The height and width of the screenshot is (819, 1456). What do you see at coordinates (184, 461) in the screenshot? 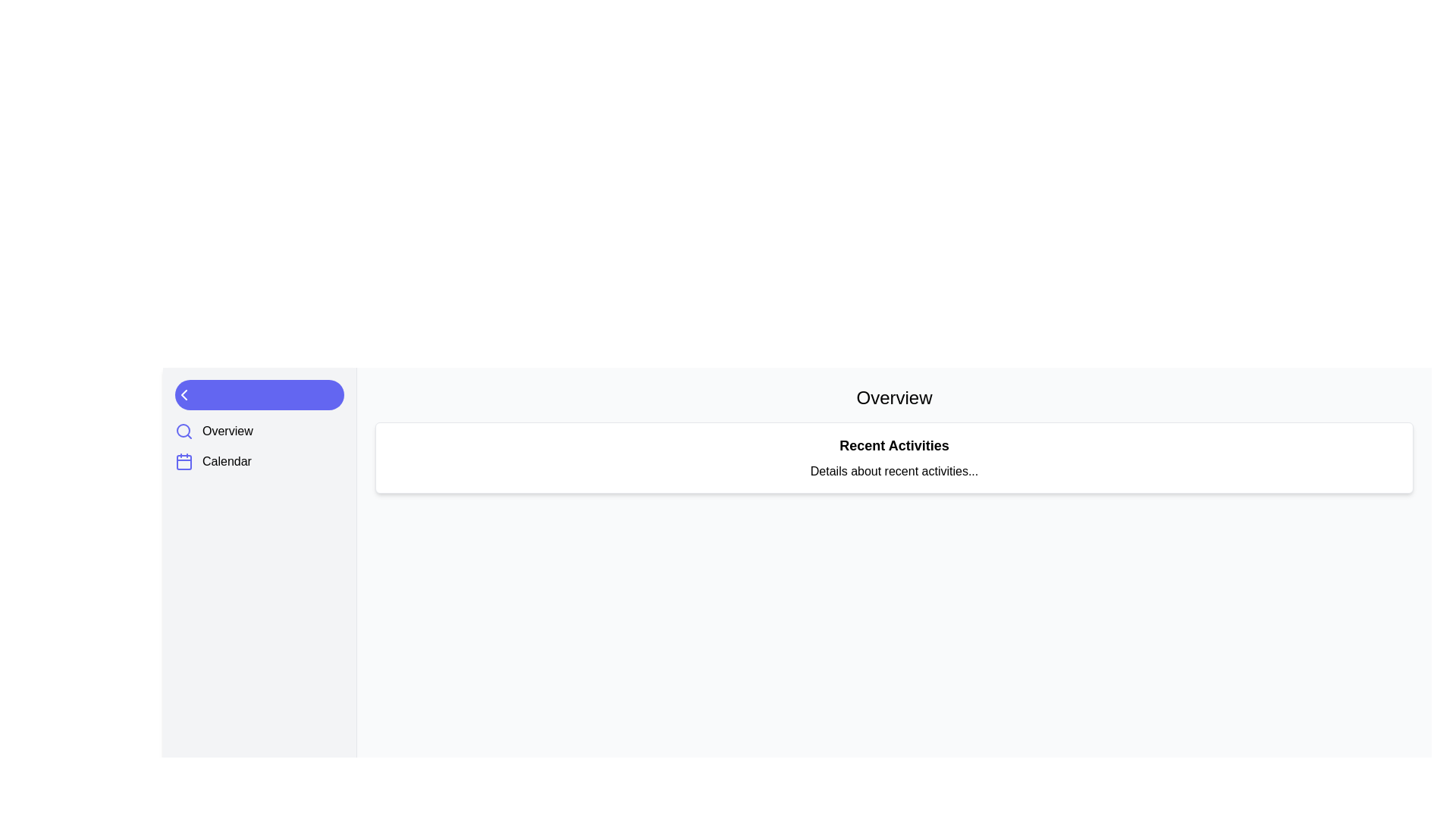
I see `the rounded rectangle graphical shape within the SVG representation of the calendar icon` at bounding box center [184, 461].